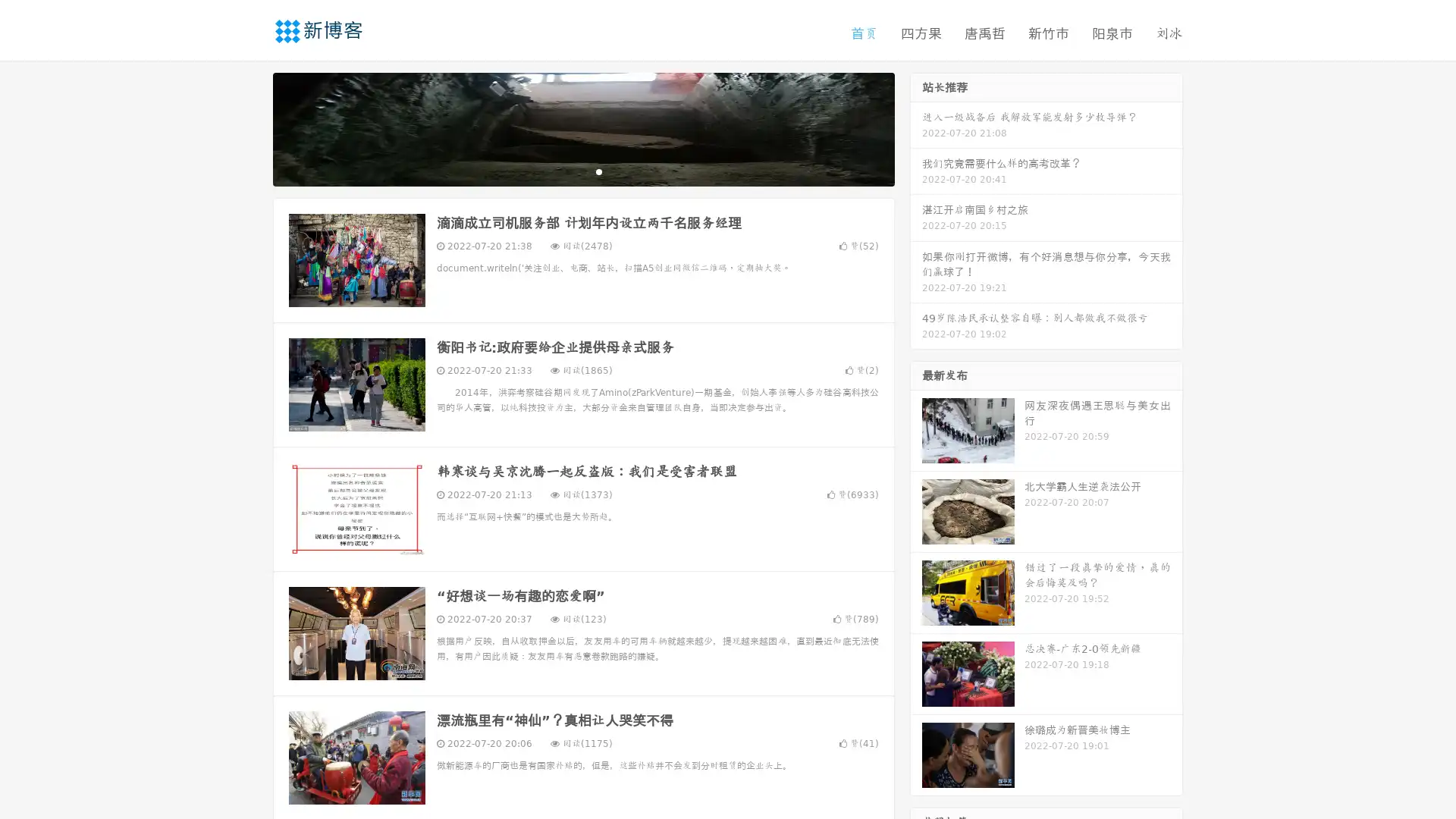 Image resolution: width=1456 pixels, height=819 pixels. What do you see at coordinates (598, 171) in the screenshot?
I see `Go to slide 3` at bounding box center [598, 171].